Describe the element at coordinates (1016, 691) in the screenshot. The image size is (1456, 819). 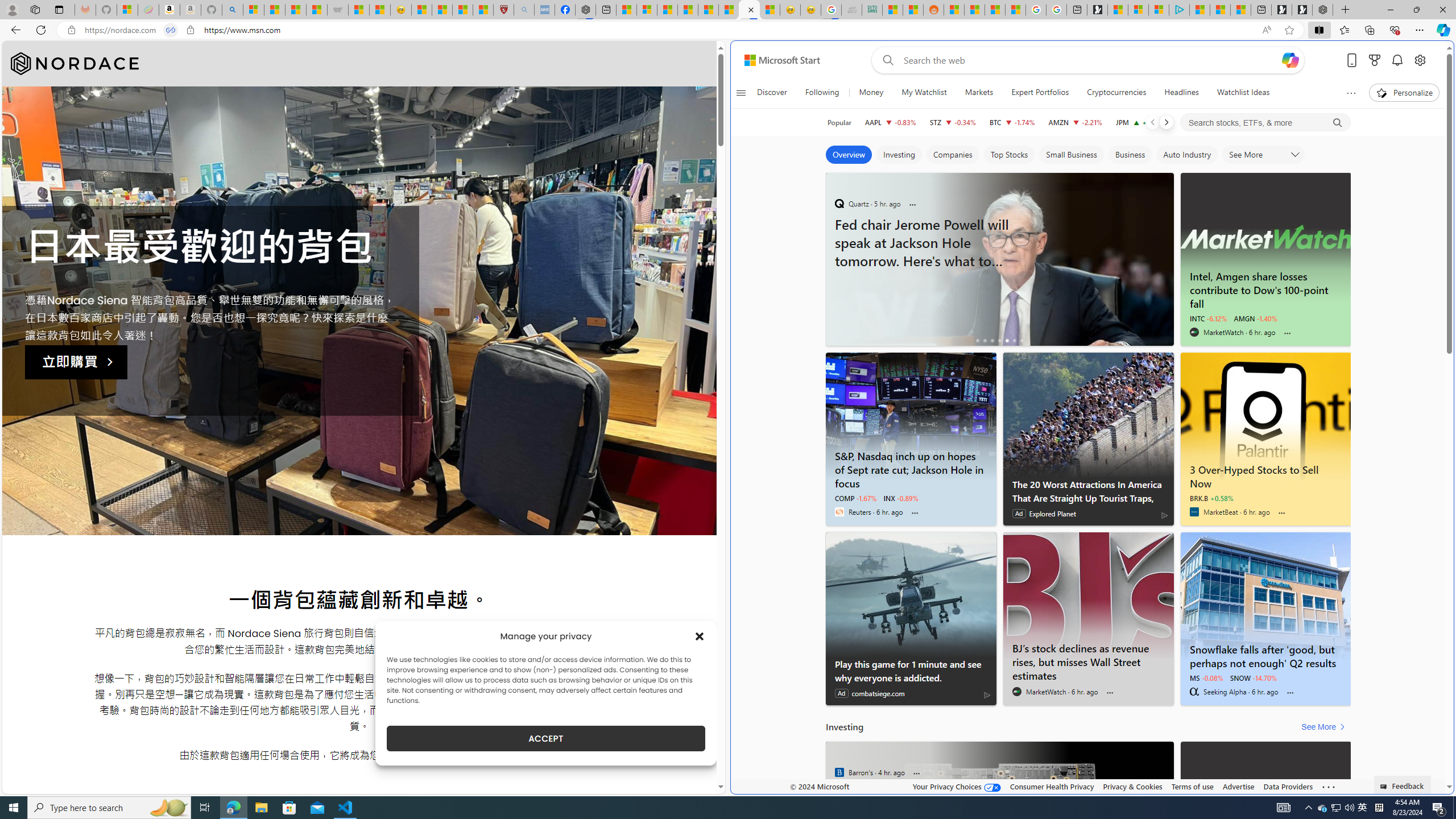
I see `'MarketWatch'` at that location.